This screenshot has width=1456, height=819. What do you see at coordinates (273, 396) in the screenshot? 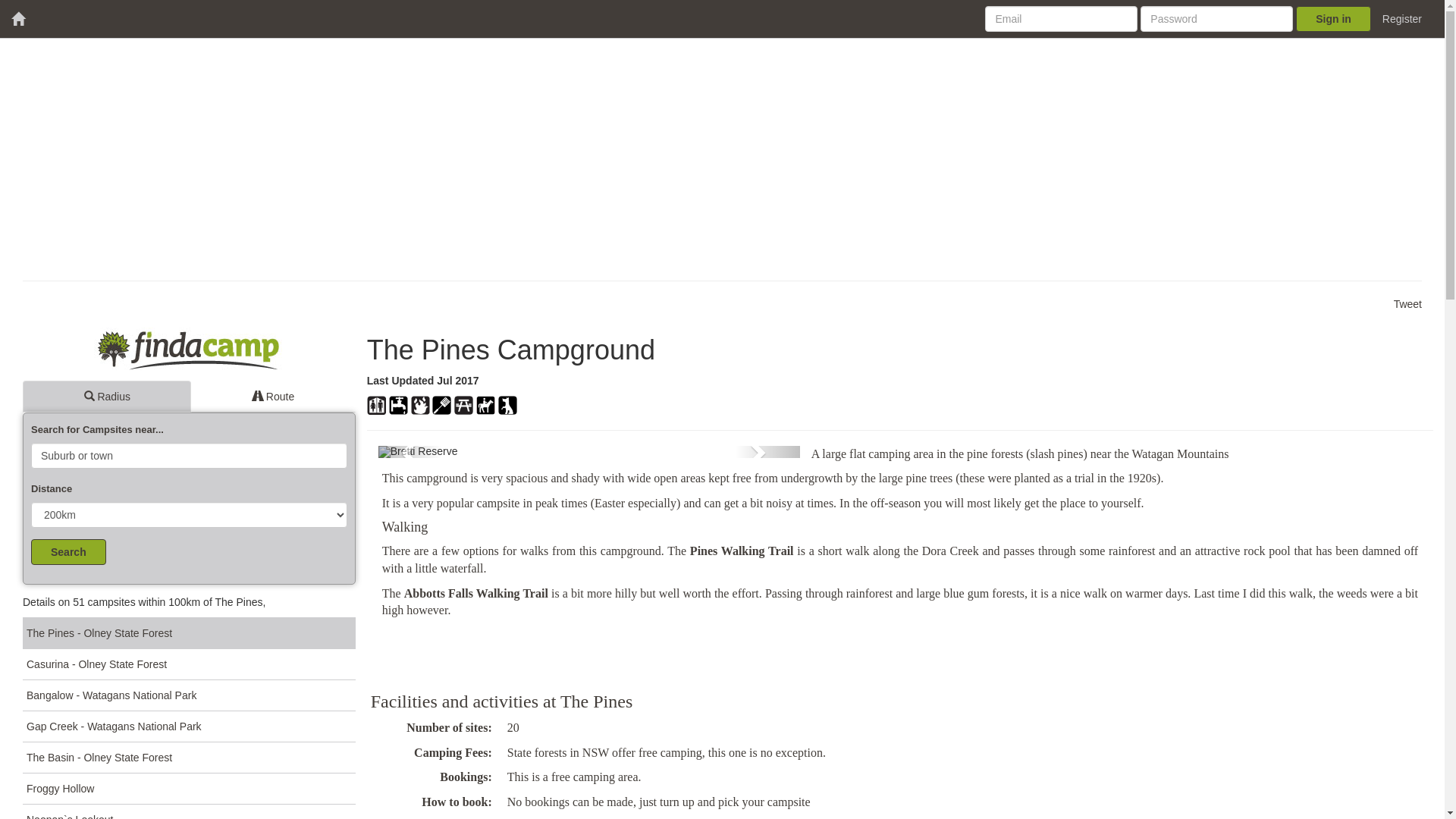
I see `'Route'` at bounding box center [273, 396].